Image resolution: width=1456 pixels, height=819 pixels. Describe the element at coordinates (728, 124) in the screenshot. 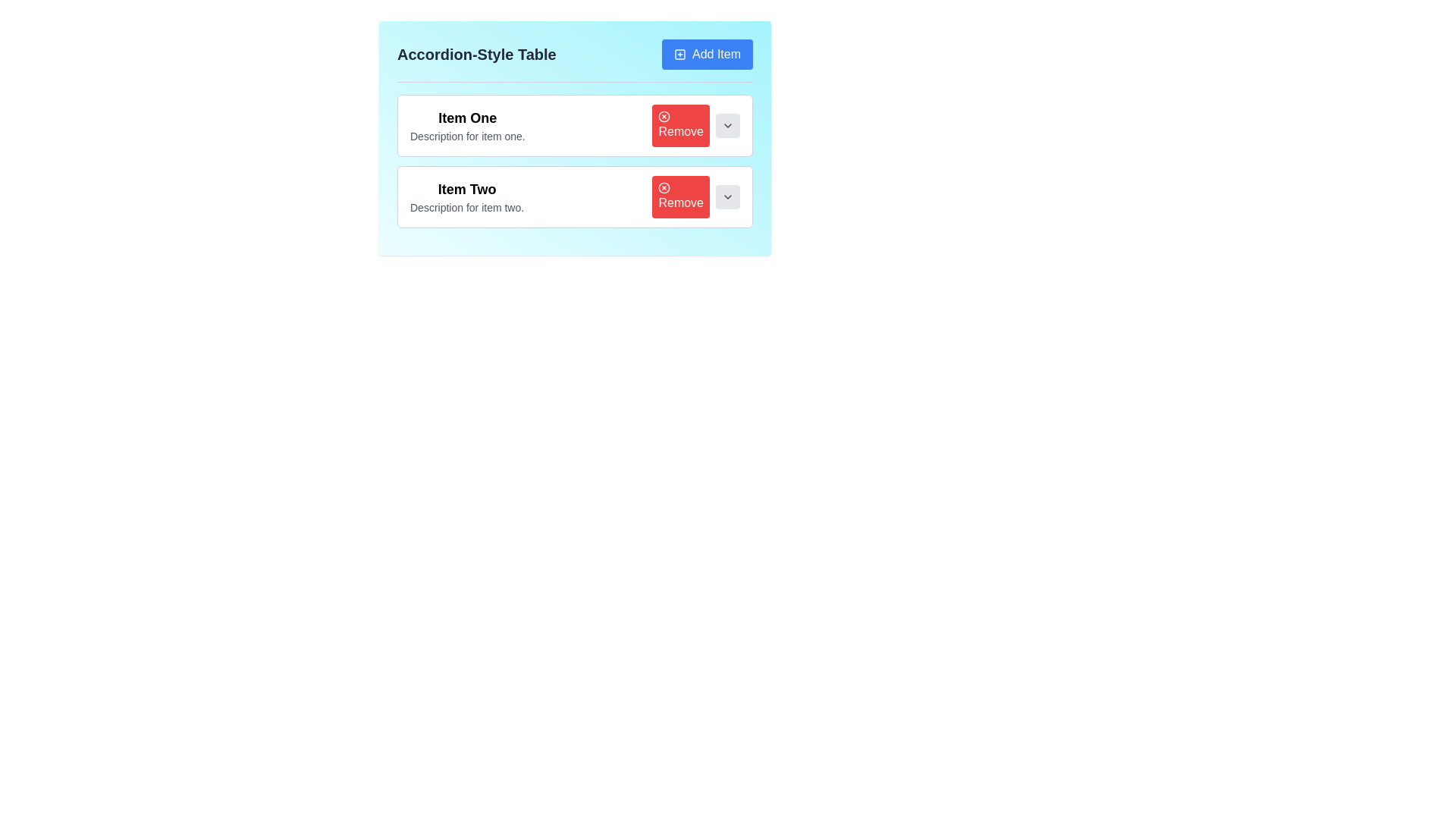

I see `the Dropdown toggle button with a downward-pointing chevron icon, located to the immediate right of the red 'Remove' button in the second row of the accordion-style table` at that location.